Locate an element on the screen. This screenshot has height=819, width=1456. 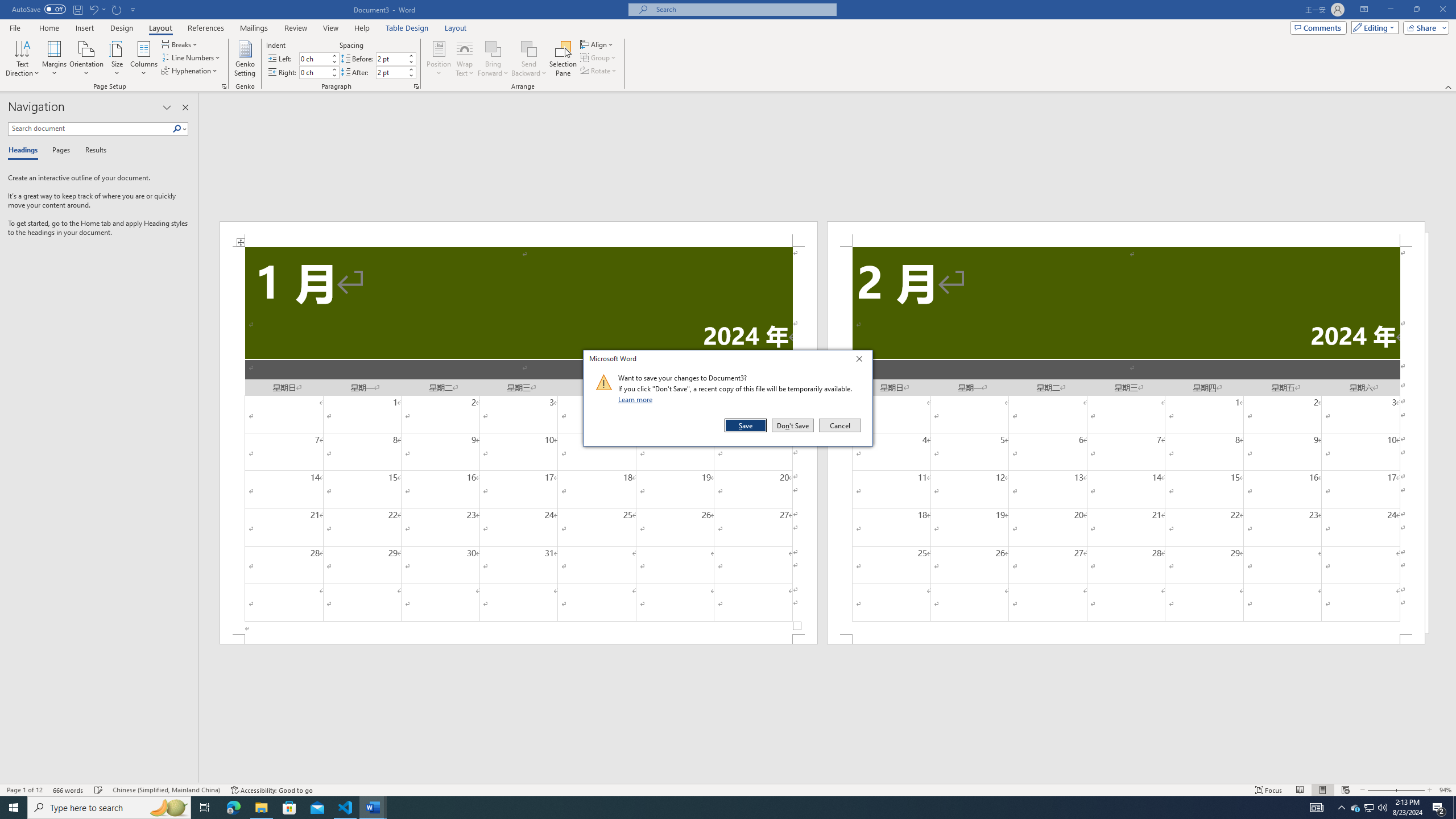
'Action Center, 2 new notifications' is located at coordinates (1439, 806).